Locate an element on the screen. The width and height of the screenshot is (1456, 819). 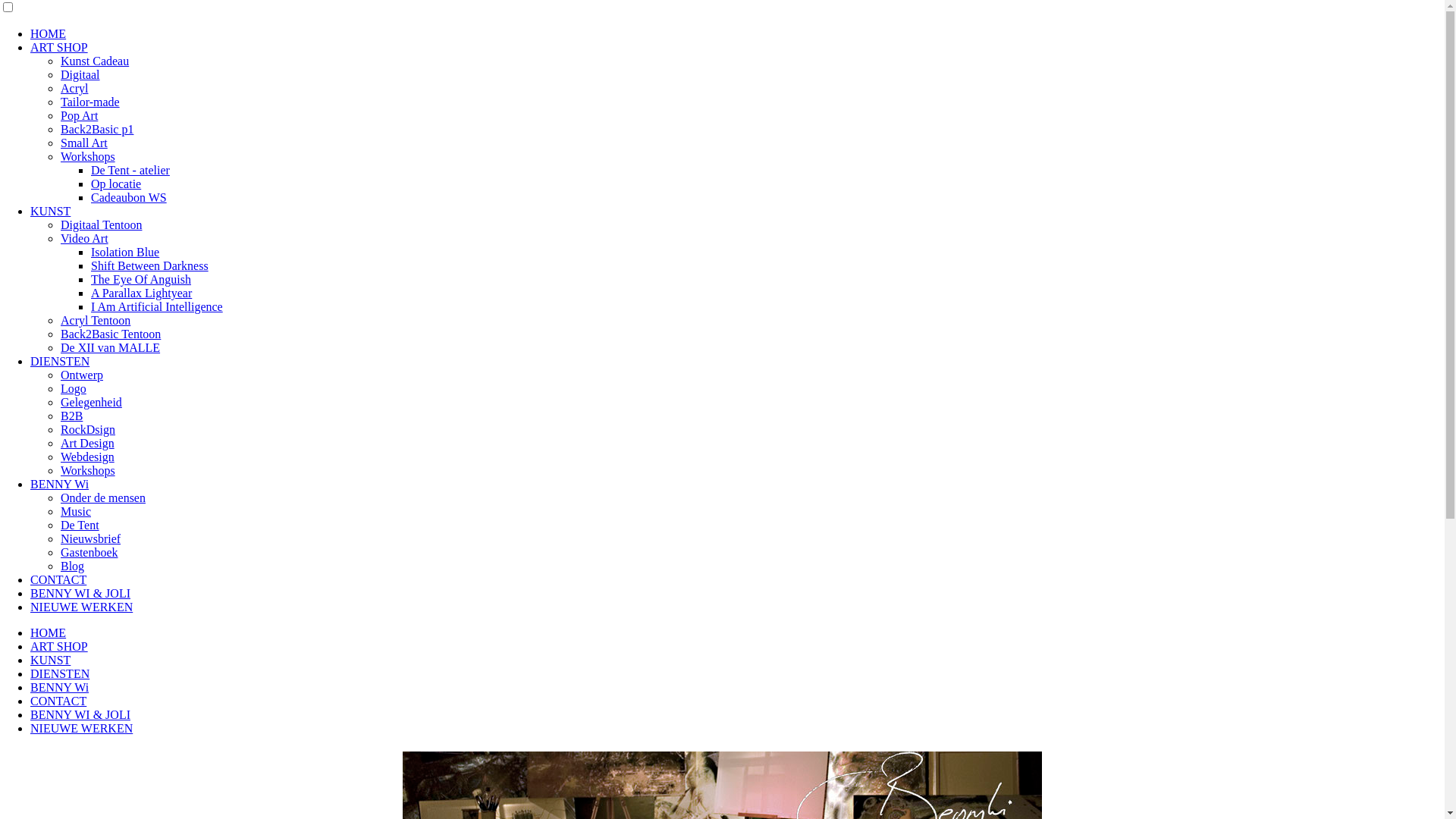
'RockDsign' is located at coordinates (86, 429).